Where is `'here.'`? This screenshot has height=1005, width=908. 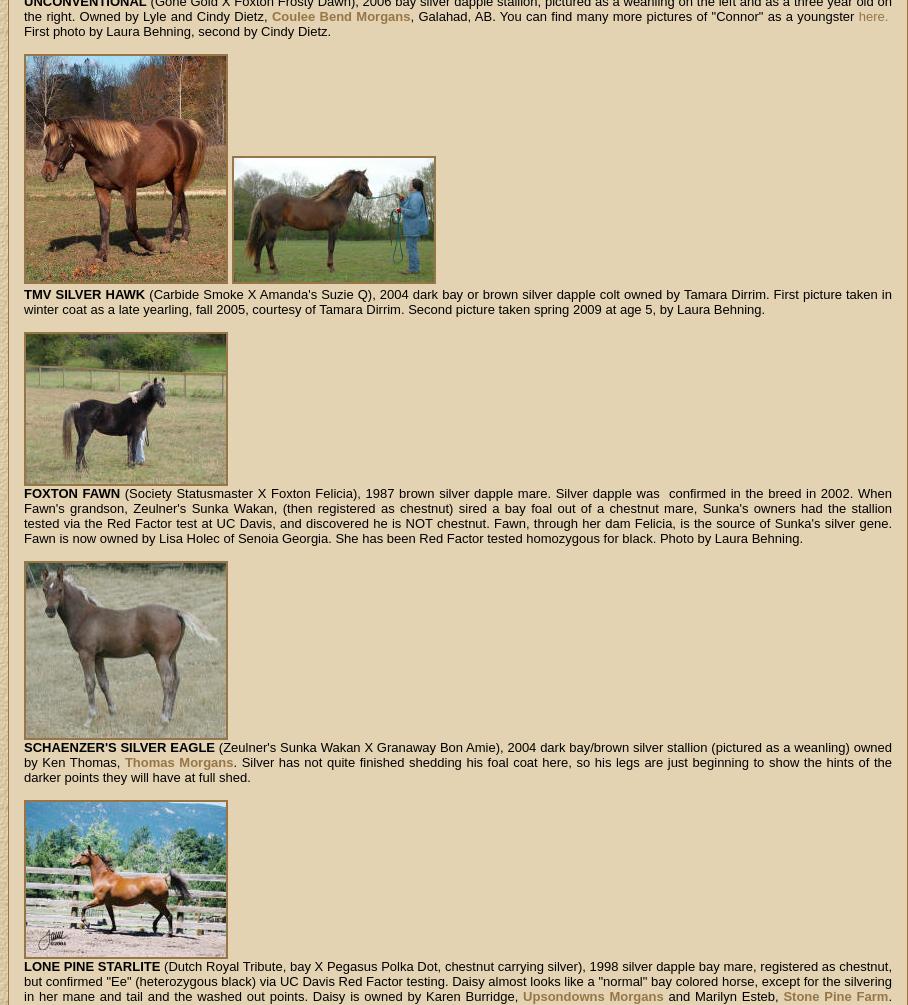 'here.' is located at coordinates (873, 16).